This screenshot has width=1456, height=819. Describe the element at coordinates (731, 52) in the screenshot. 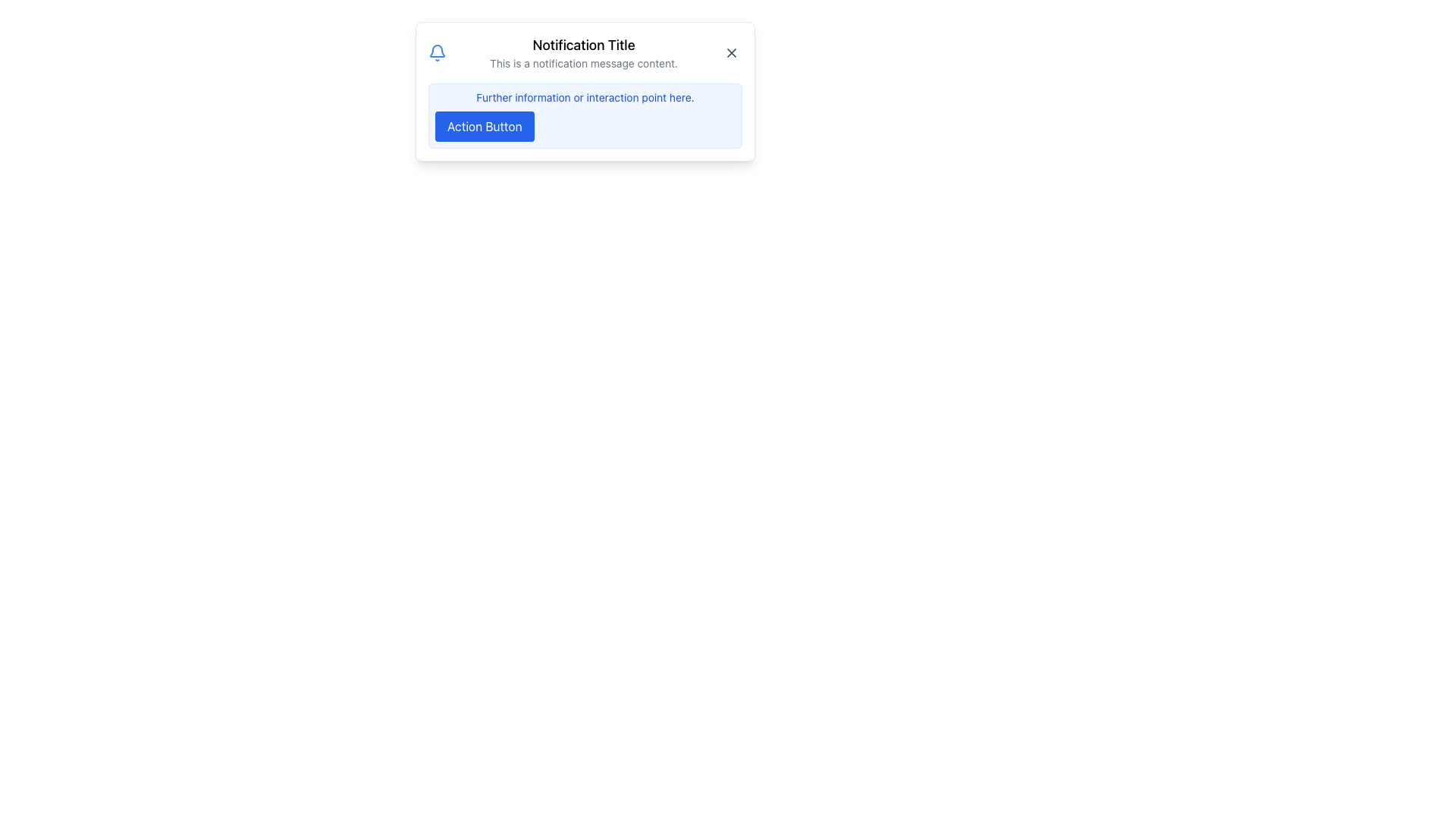

I see `the dismissal button located at the top-right corner of the notification` at that location.